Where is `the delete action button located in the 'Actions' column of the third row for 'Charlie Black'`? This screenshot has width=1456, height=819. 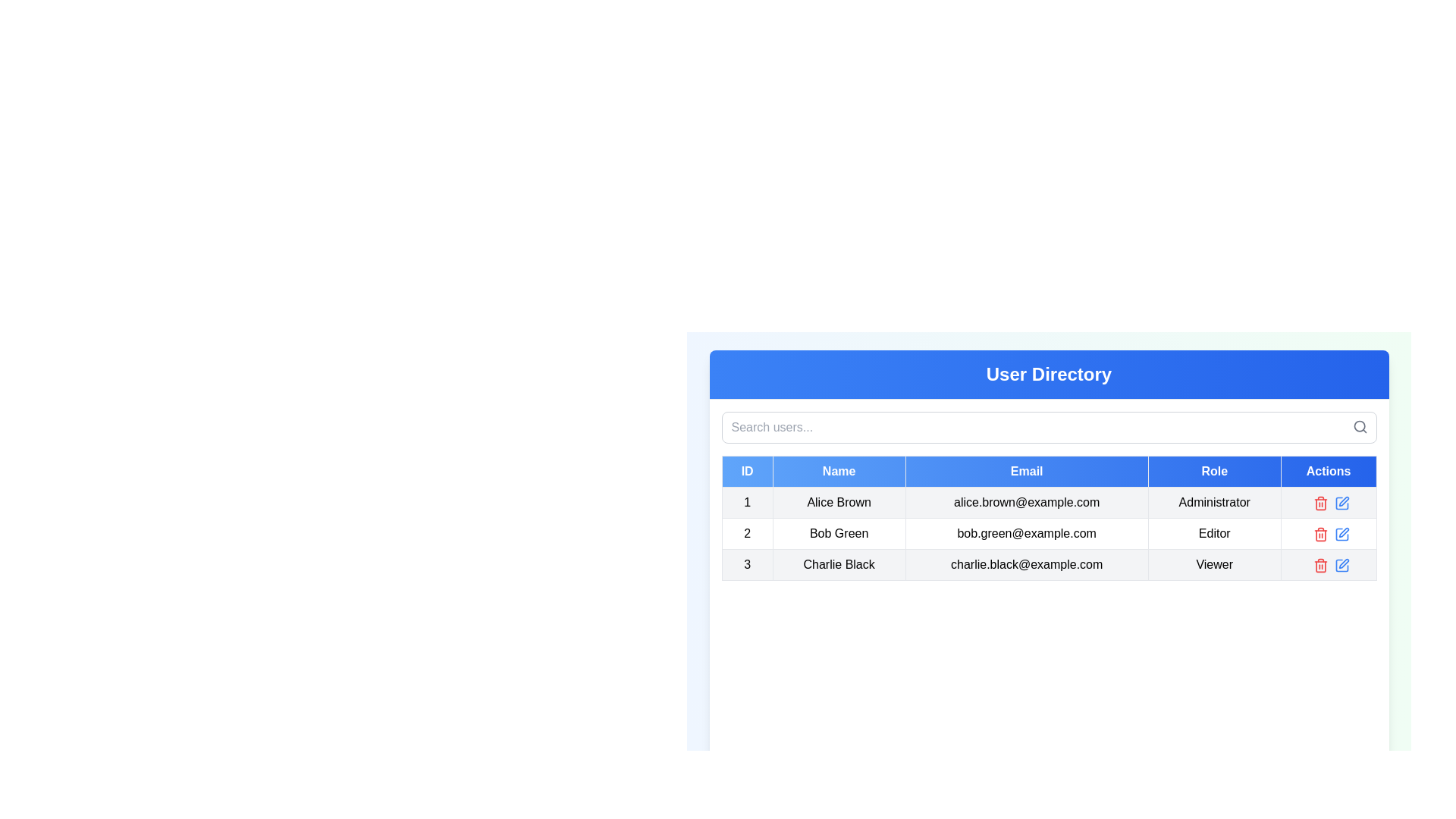
the delete action button located in the 'Actions' column of the third row for 'Charlie Black' is located at coordinates (1320, 565).